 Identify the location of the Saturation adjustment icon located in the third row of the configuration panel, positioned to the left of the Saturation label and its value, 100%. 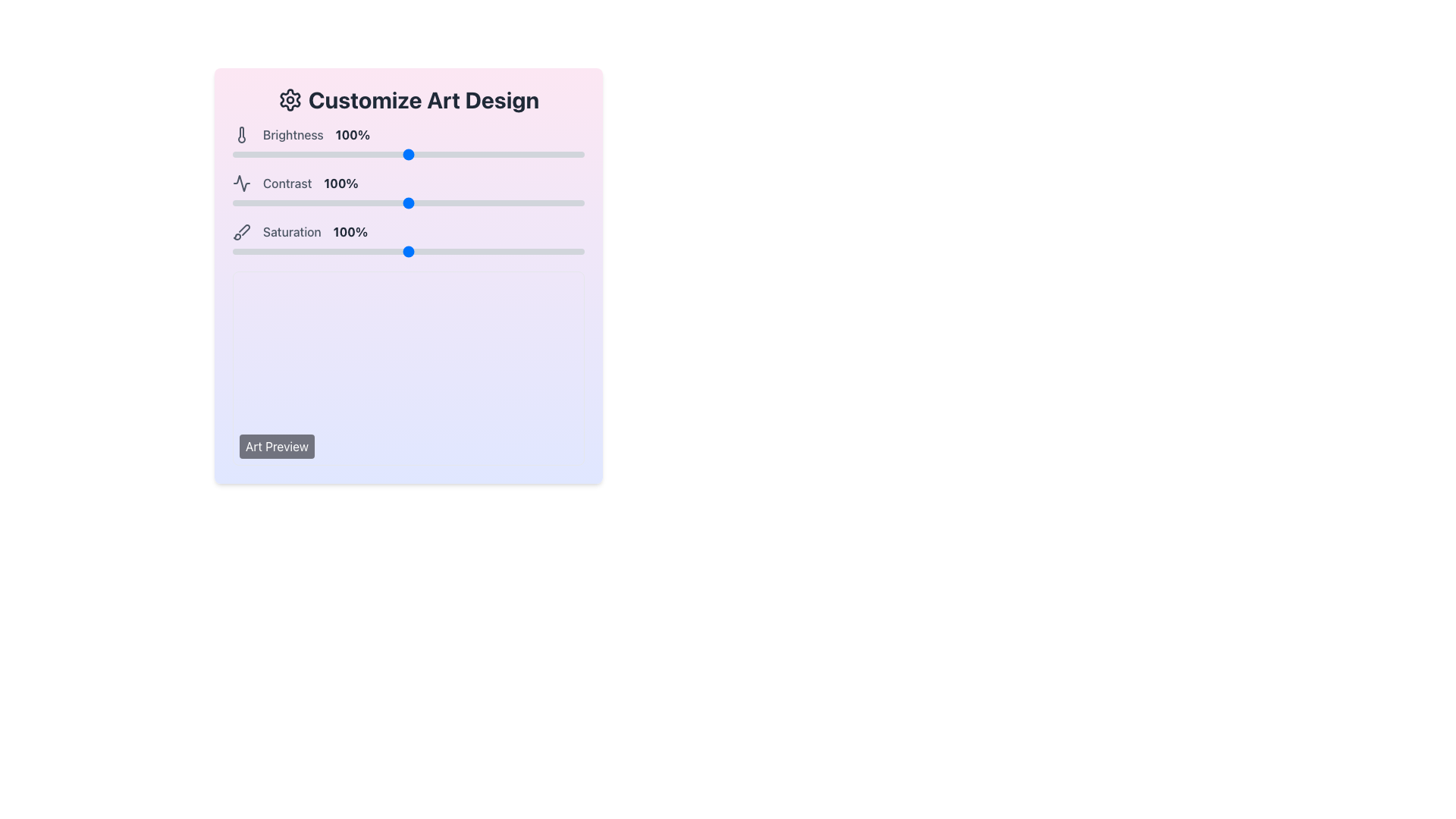
(240, 231).